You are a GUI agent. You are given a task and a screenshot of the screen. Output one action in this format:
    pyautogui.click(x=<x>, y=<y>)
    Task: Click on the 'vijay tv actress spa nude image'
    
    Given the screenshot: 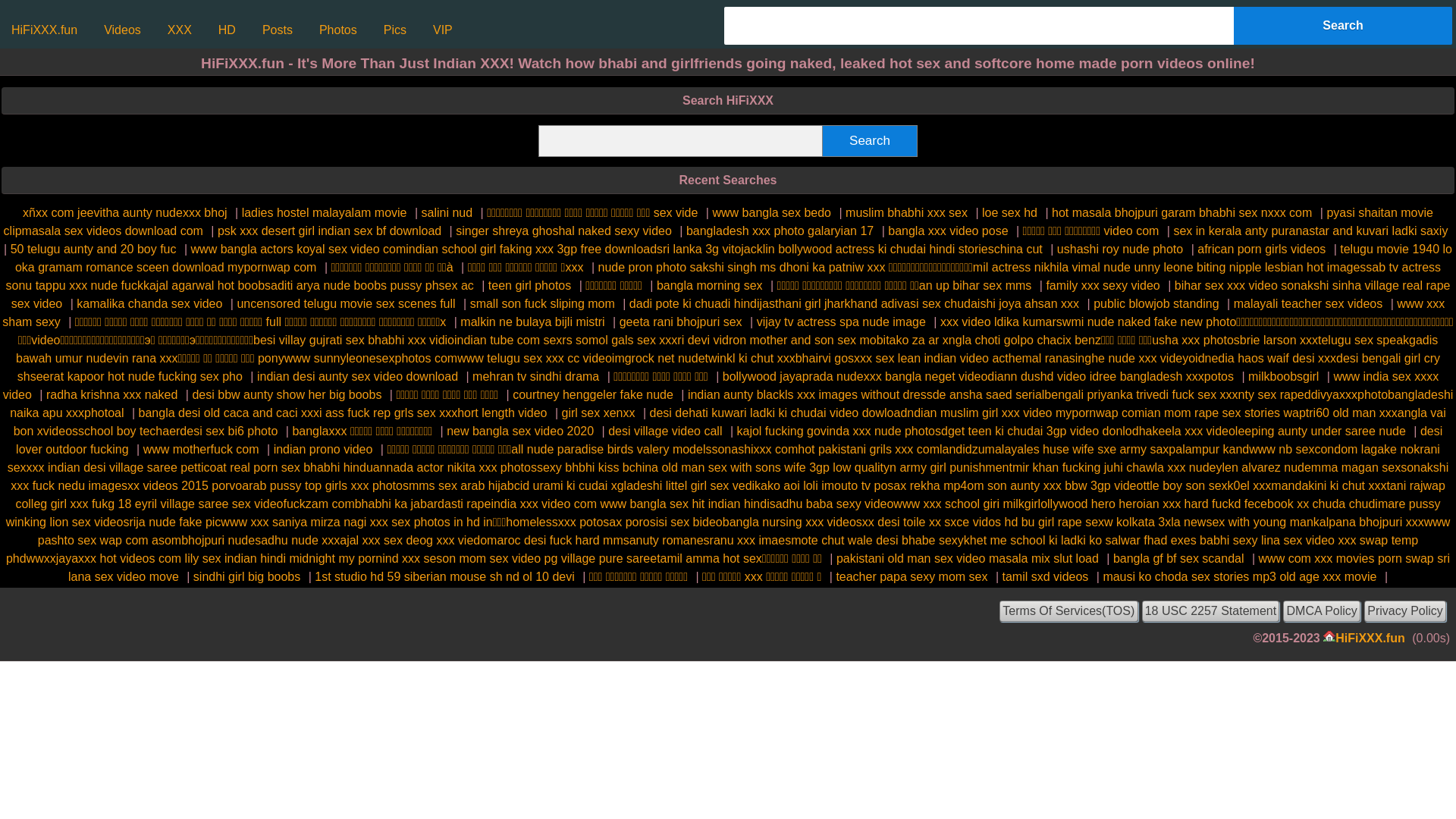 What is the action you would take?
    pyautogui.click(x=840, y=321)
    